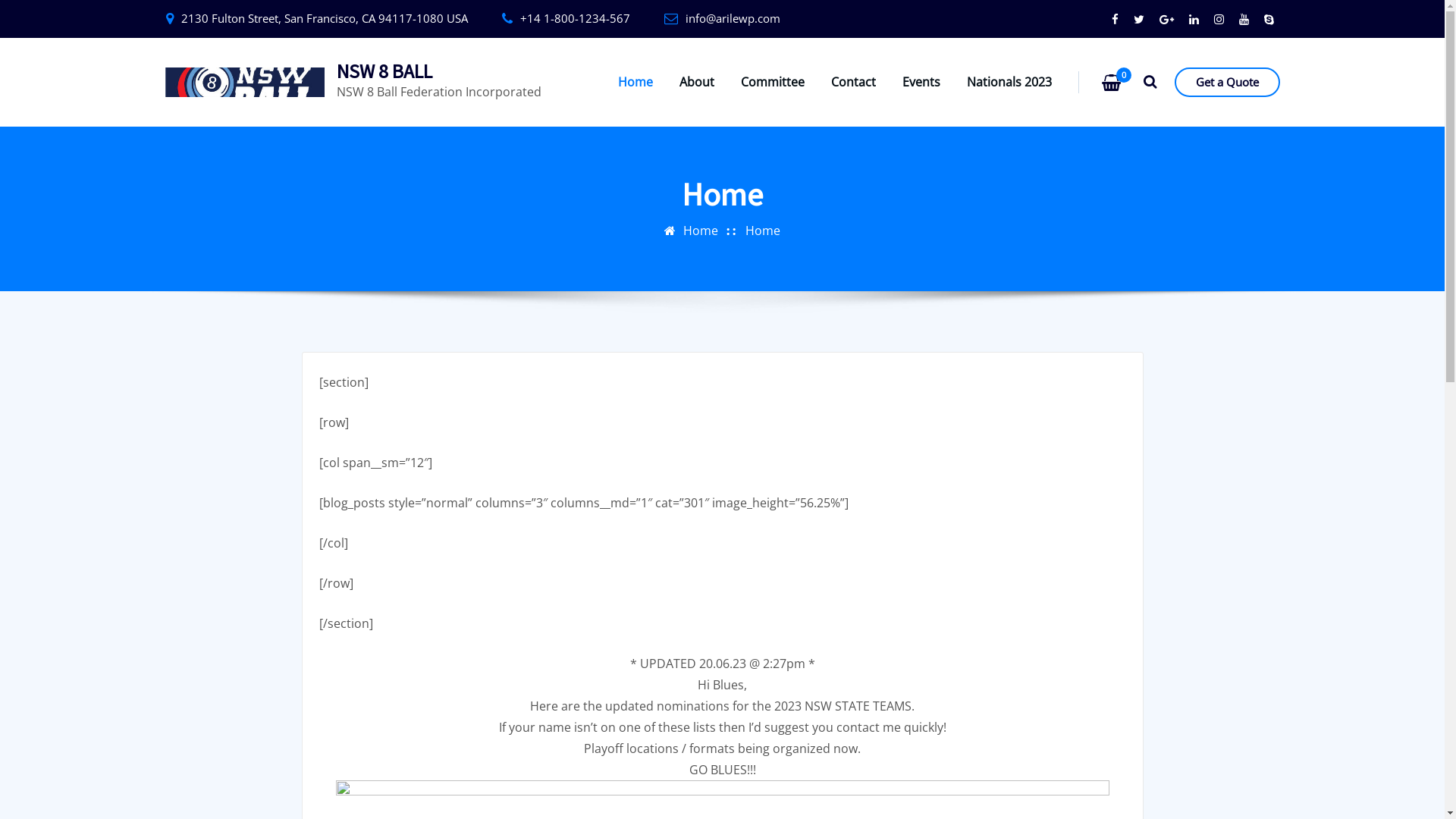 The height and width of the screenshot is (819, 1456). I want to click on 'Home', so click(700, 231).